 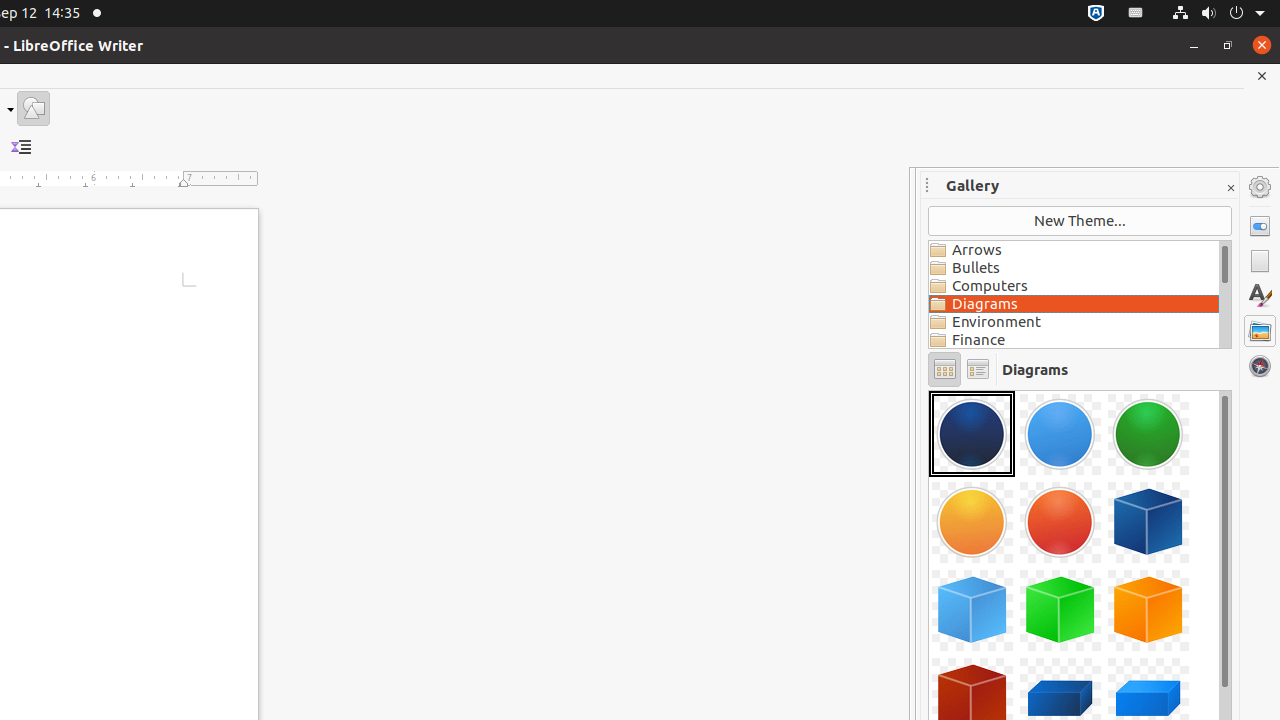 What do you see at coordinates (21, 146) in the screenshot?
I see `'Decrease'` at bounding box center [21, 146].